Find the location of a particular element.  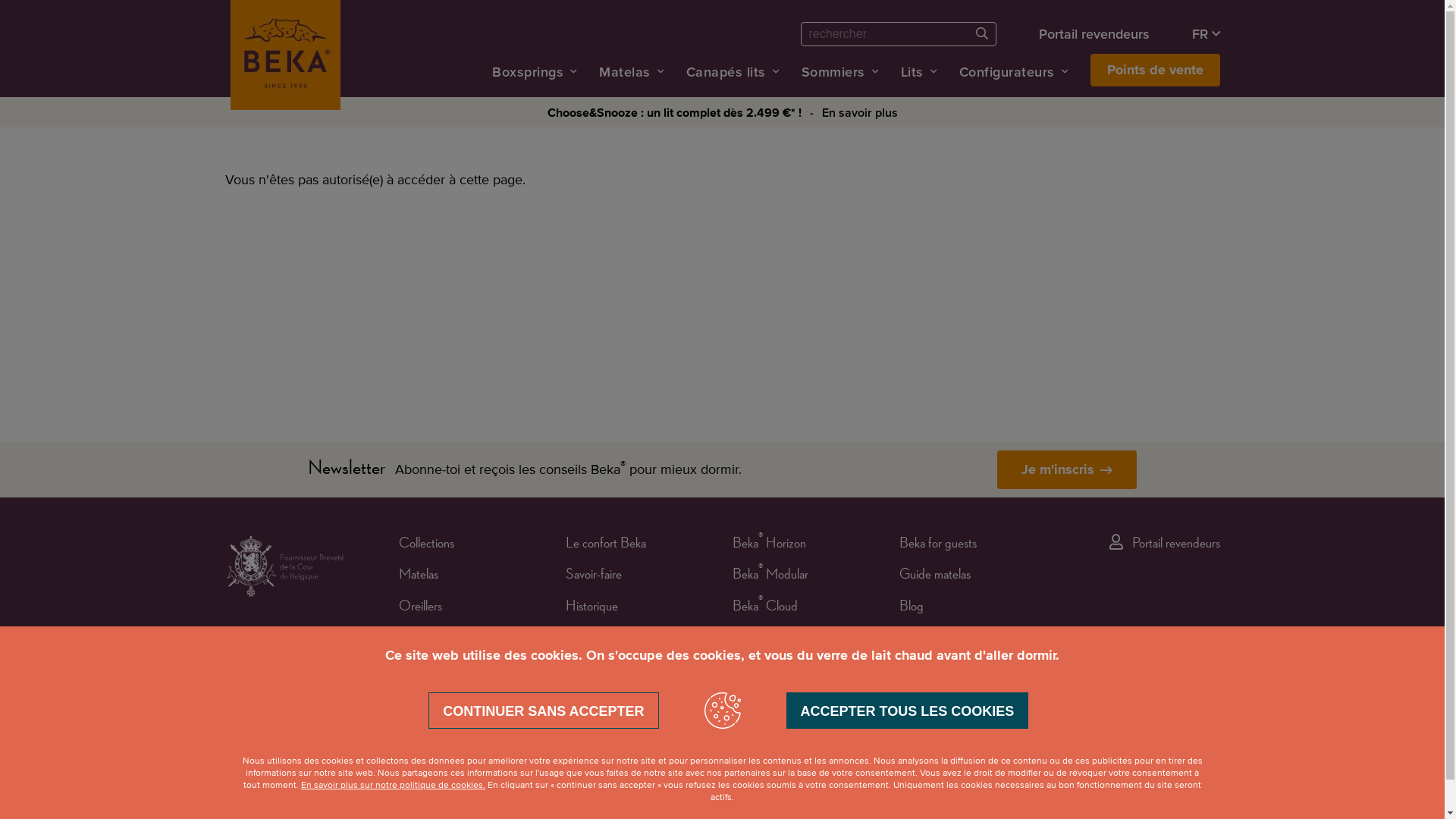

'Beka for guests' is located at coordinates (937, 544).